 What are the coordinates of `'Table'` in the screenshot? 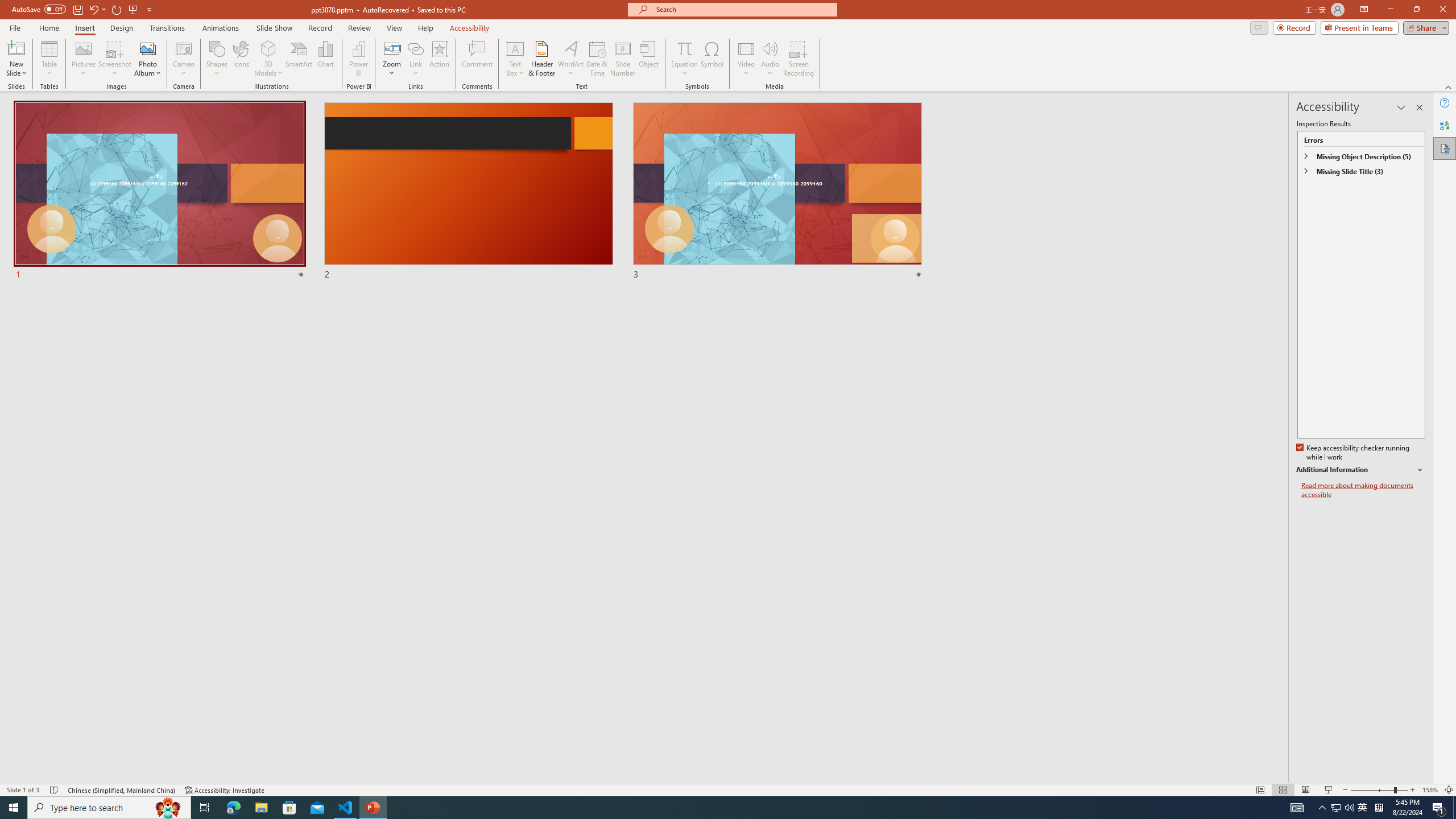 It's located at (49, 59).